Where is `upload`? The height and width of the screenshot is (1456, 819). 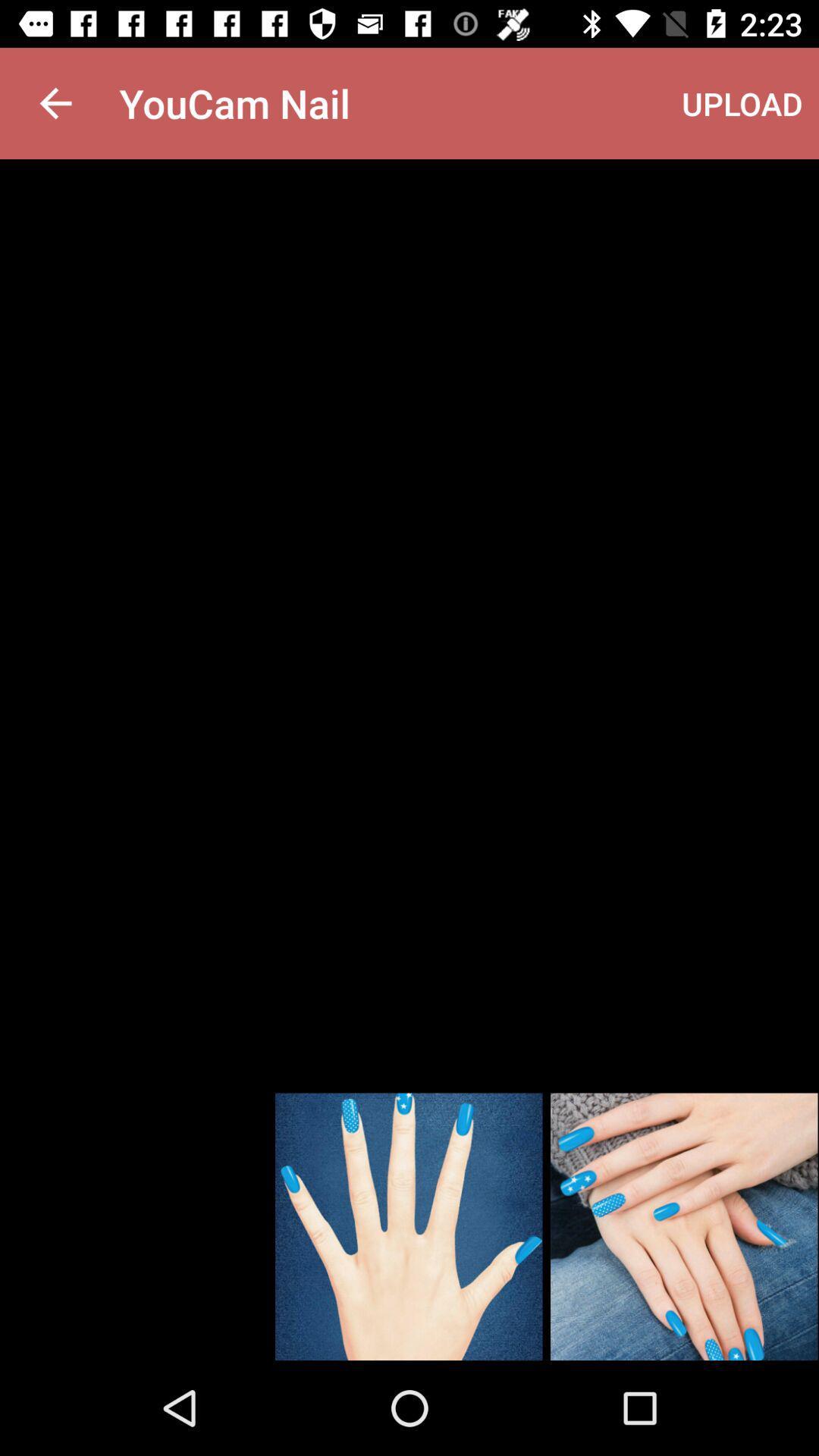
upload is located at coordinates (742, 102).